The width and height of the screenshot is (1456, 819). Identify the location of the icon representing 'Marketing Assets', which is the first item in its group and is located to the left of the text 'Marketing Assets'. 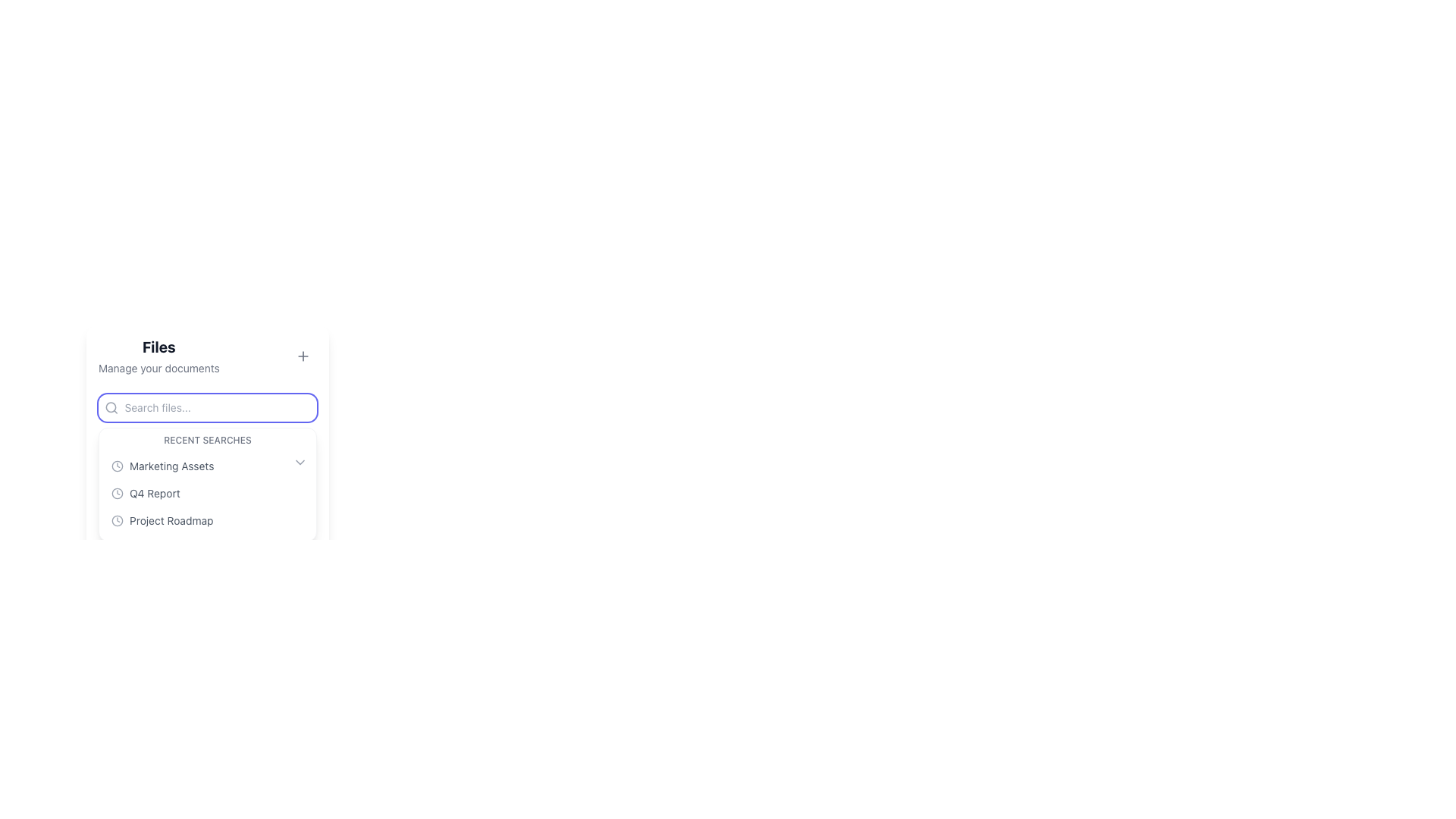
(116, 465).